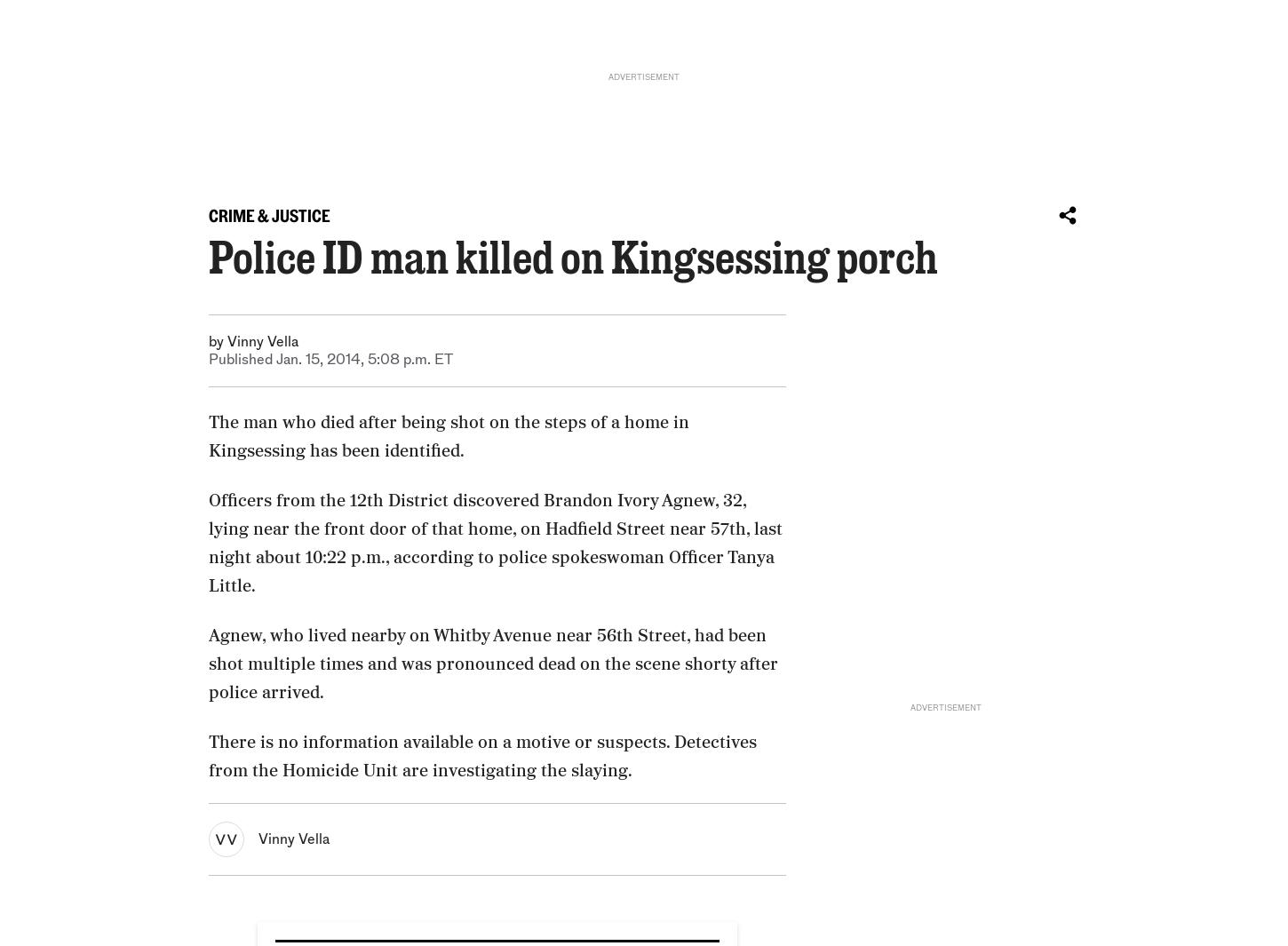 The image size is (1288, 946). What do you see at coordinates (293, 729) in the screenshot?
I see `'Philly Police are investigating a bungled 911 response the day before the Kingsessing mass shooting'` at bounding box center [293, 729].